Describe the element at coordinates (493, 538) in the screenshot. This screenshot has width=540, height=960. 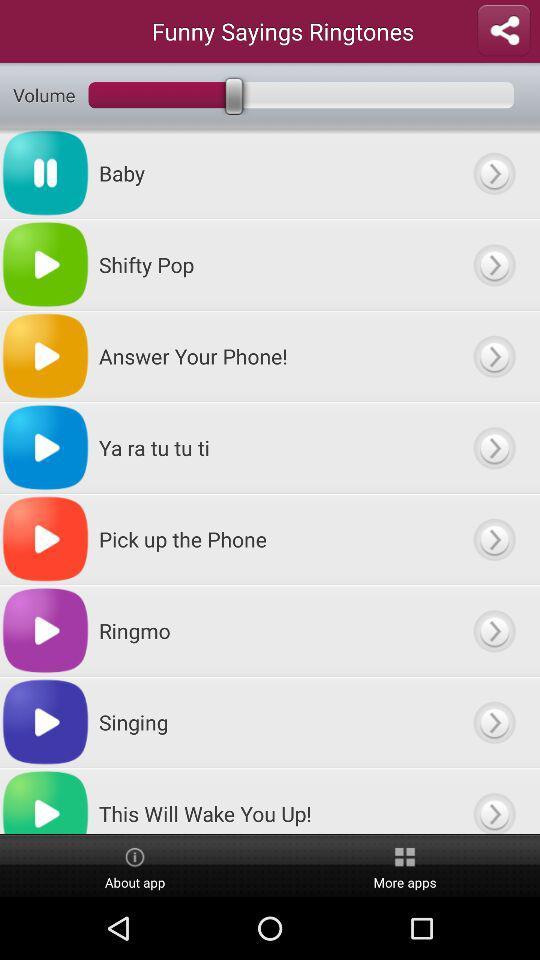
I see `button` at that location.